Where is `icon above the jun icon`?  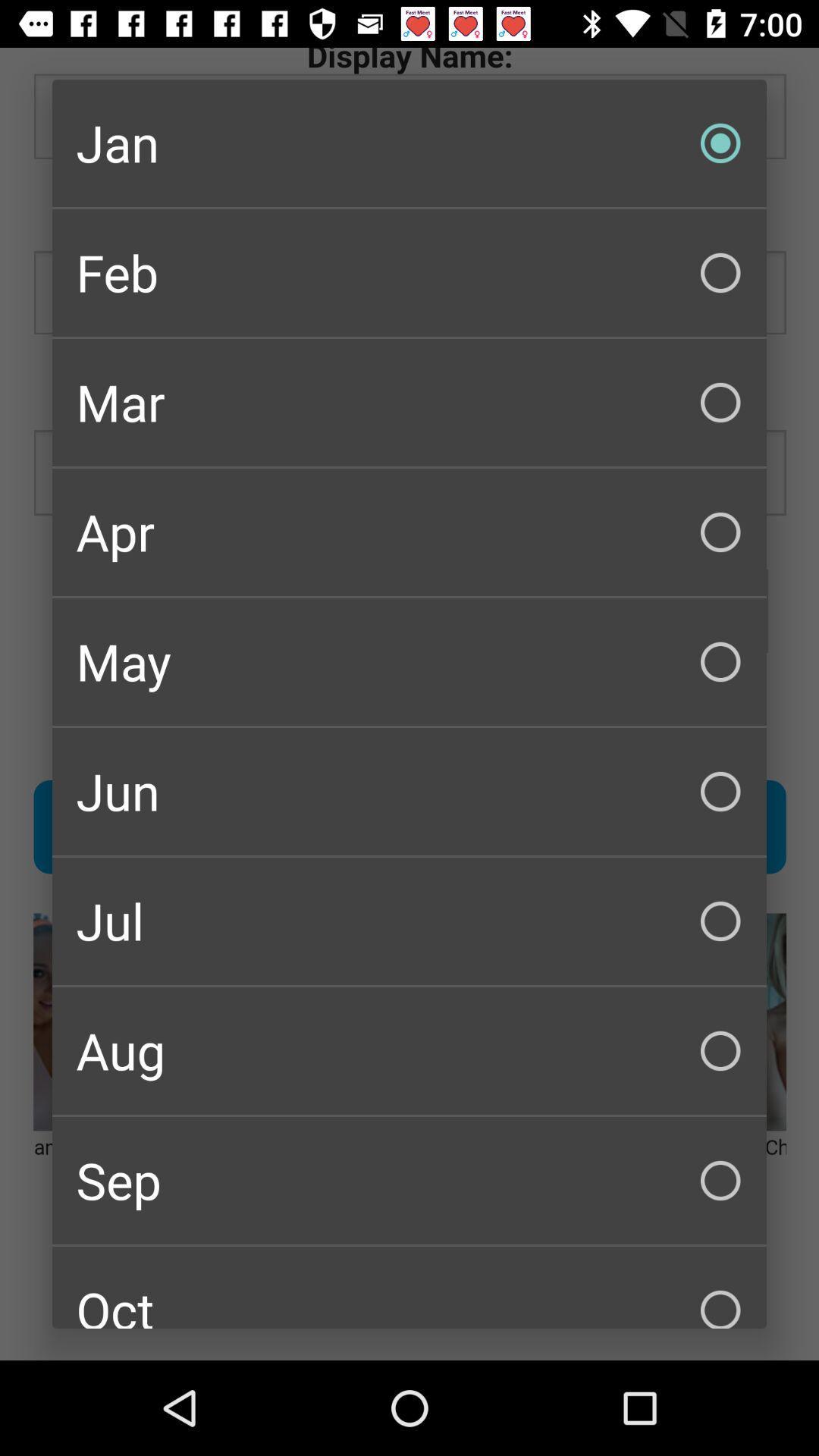
icon above the jun icon is located at coordinates (409, 662).